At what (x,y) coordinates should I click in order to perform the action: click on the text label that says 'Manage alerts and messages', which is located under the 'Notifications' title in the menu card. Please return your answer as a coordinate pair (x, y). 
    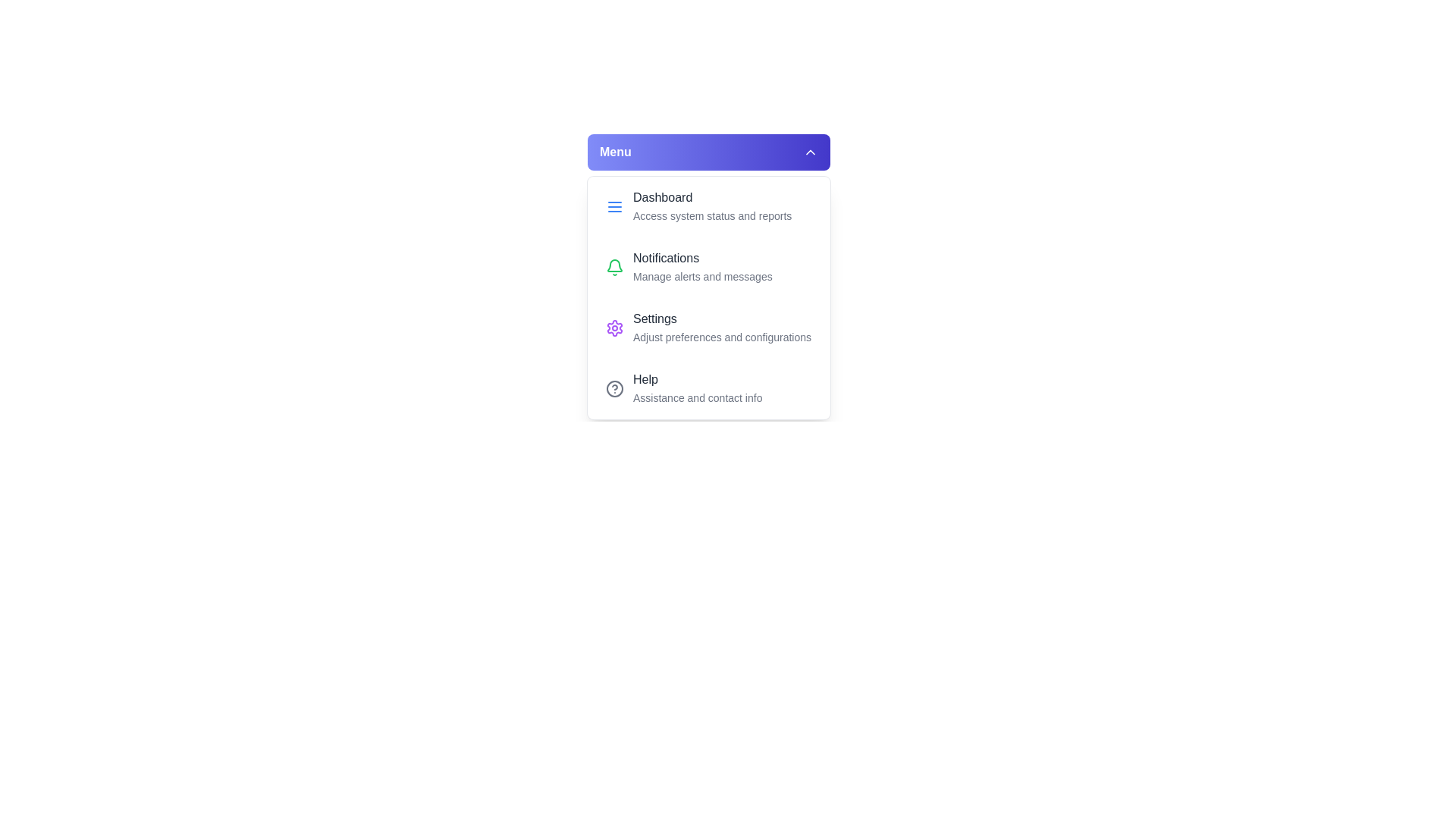
    Looking at the image, I should click on (701, 277).